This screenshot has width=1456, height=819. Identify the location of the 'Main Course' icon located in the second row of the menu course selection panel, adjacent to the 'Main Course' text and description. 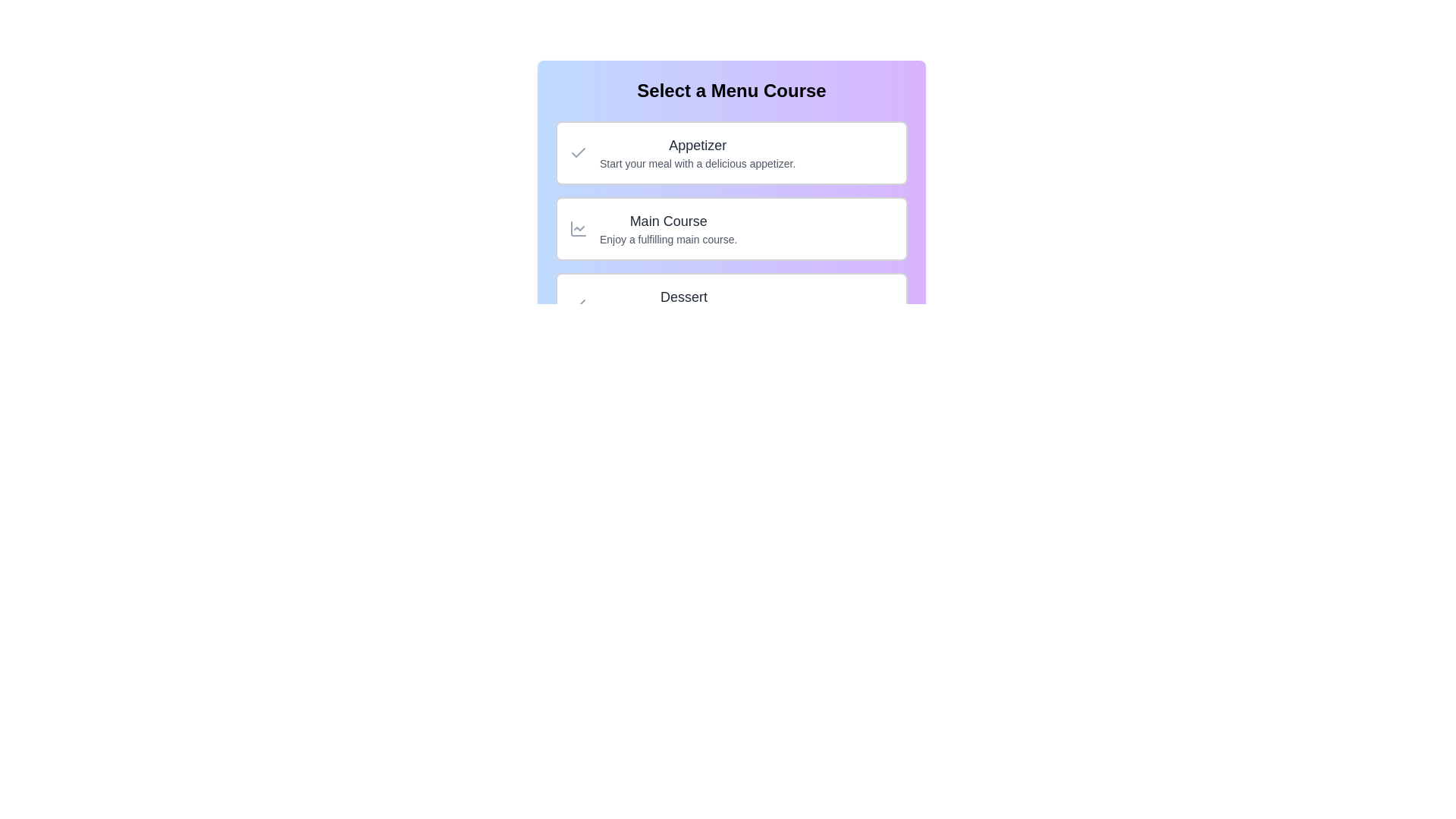
(578, 228).